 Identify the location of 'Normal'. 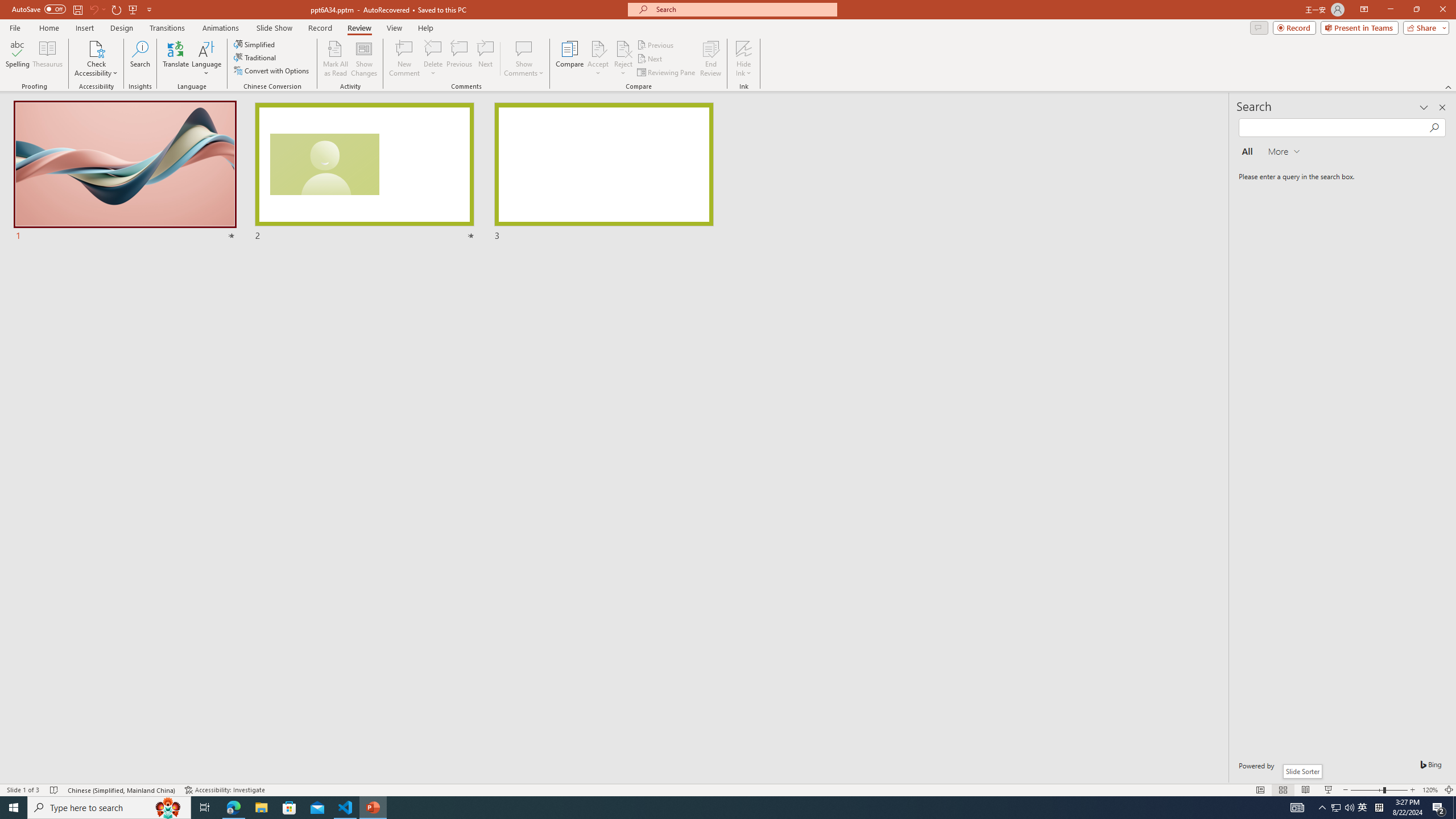
(1259, 790).